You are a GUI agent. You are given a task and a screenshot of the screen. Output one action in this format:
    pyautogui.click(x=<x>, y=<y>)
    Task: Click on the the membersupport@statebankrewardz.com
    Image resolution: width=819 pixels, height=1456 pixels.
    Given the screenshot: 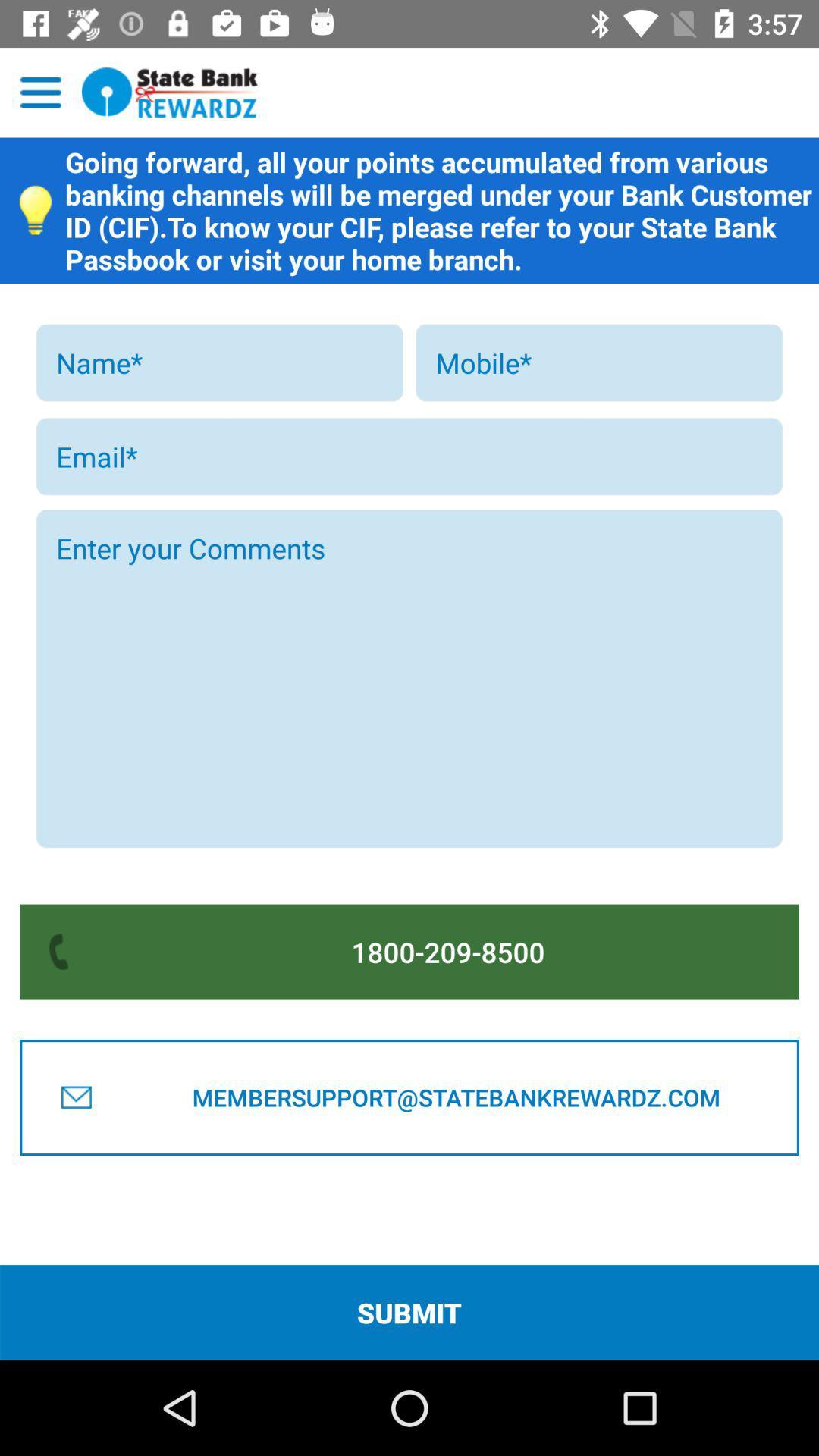 What is the action you would take?
    pyautogui.click(x=455, y=1097)
    